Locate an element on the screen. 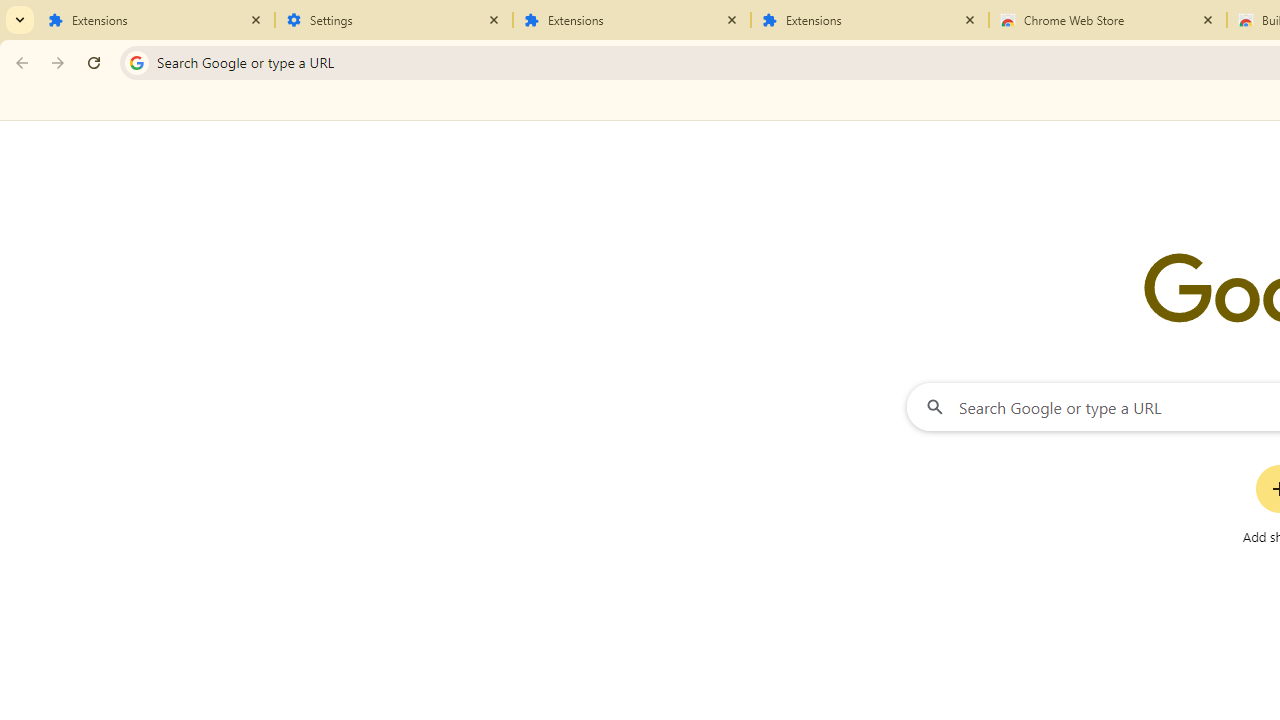  'Back' is located at coordinates (19, 61).